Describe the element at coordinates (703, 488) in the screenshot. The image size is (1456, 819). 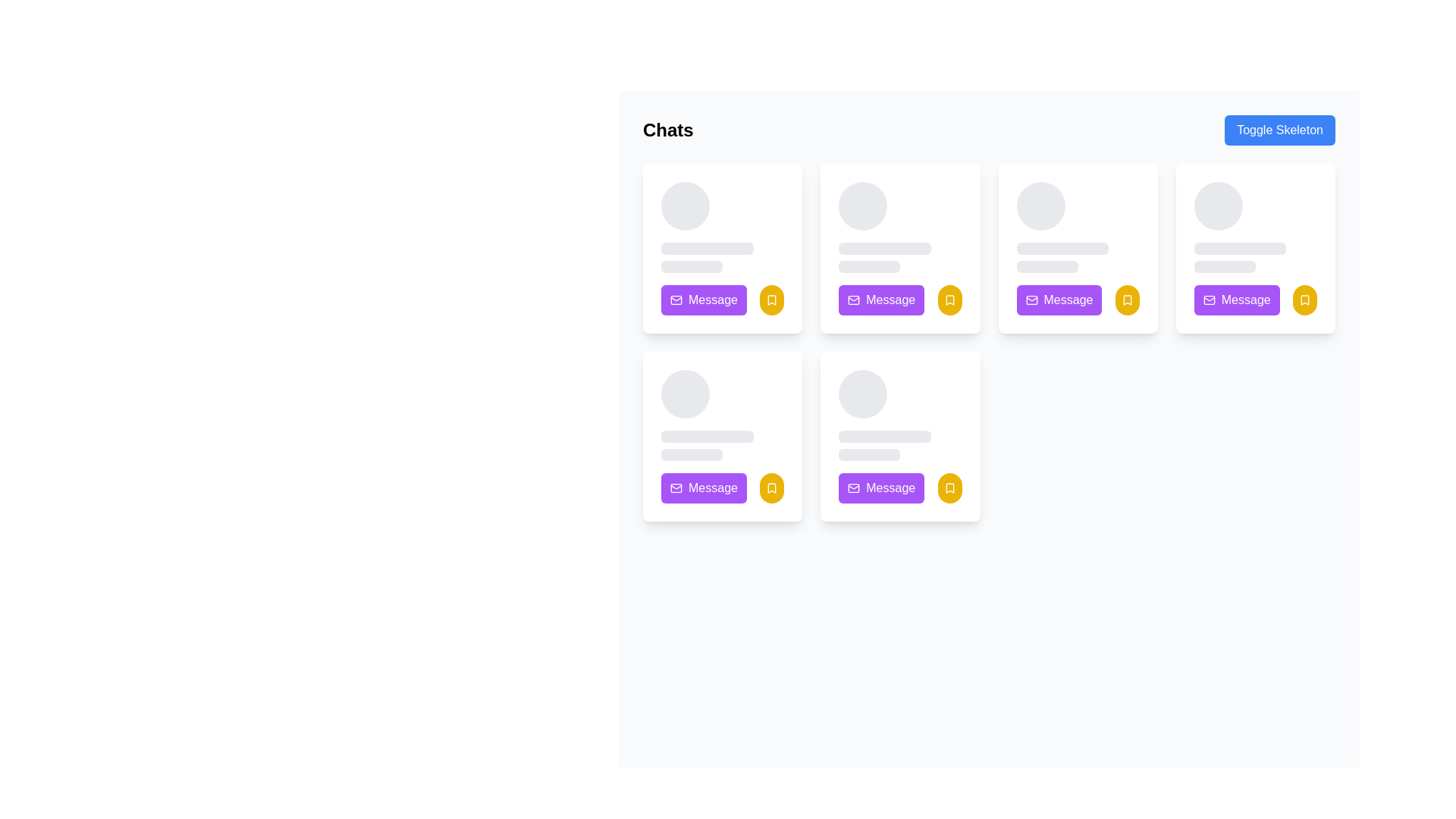
I see `the 'Message' button with a purple background and white text for keyboard navigation` at that location.